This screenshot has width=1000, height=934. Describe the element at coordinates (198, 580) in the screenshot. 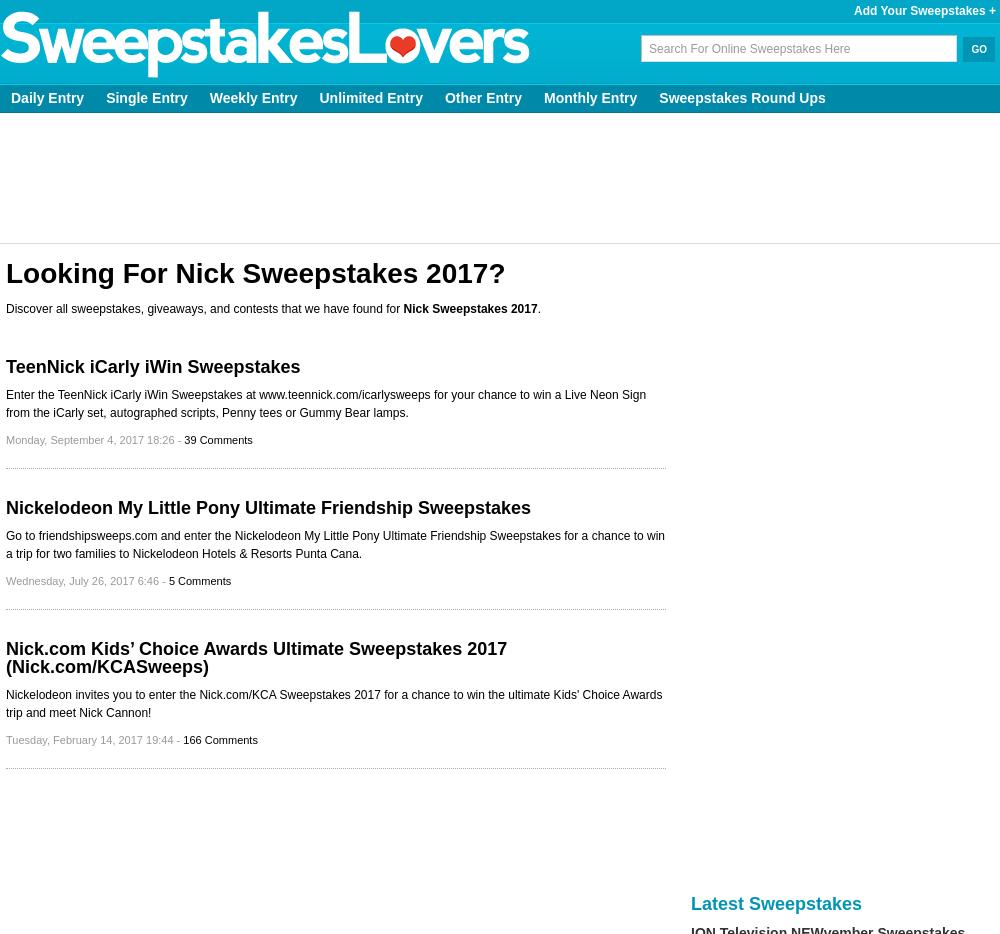

I see `'5 Comments'` at that location.